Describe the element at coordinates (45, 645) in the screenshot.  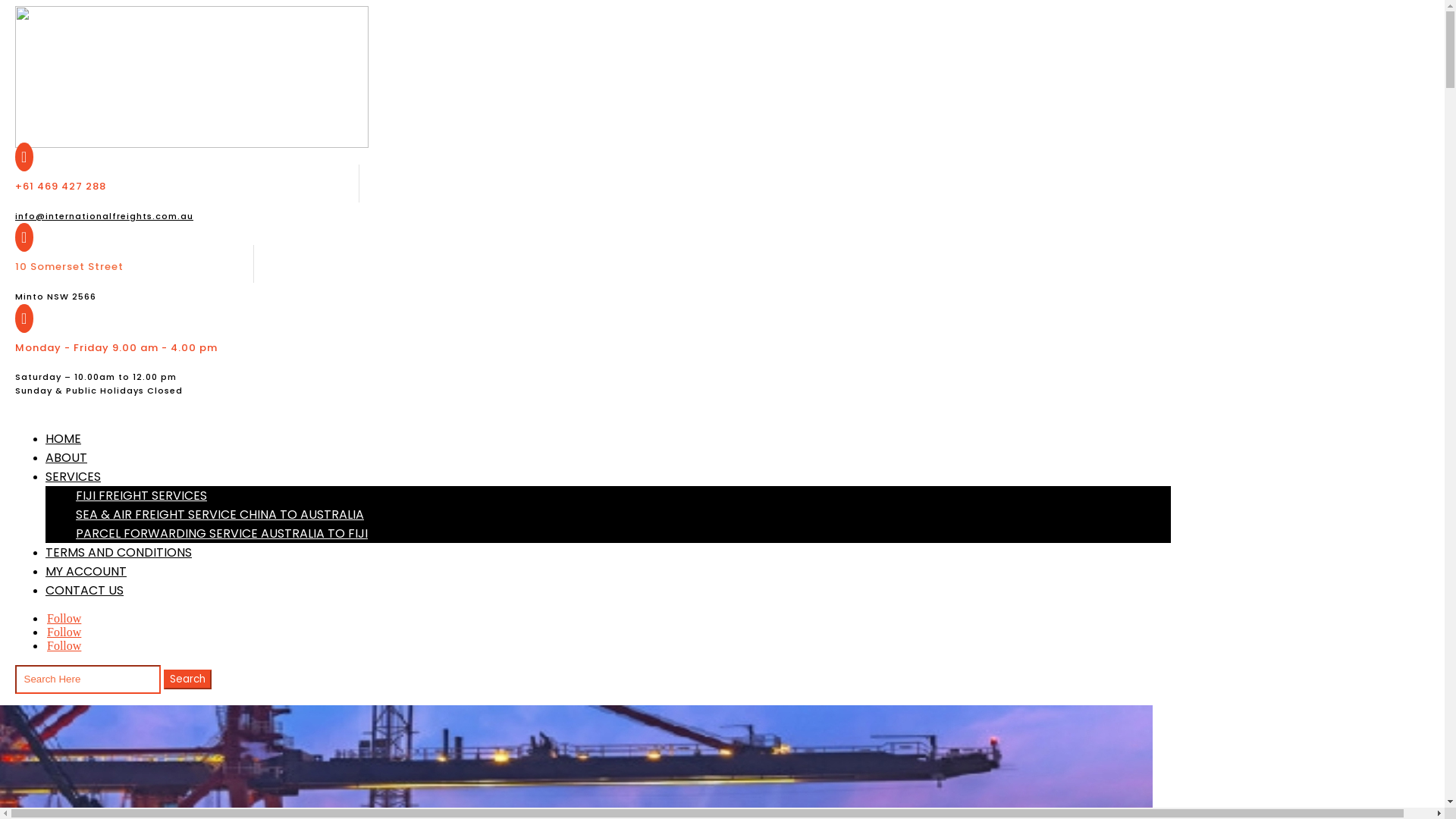
I see `'Follow'` at that location.